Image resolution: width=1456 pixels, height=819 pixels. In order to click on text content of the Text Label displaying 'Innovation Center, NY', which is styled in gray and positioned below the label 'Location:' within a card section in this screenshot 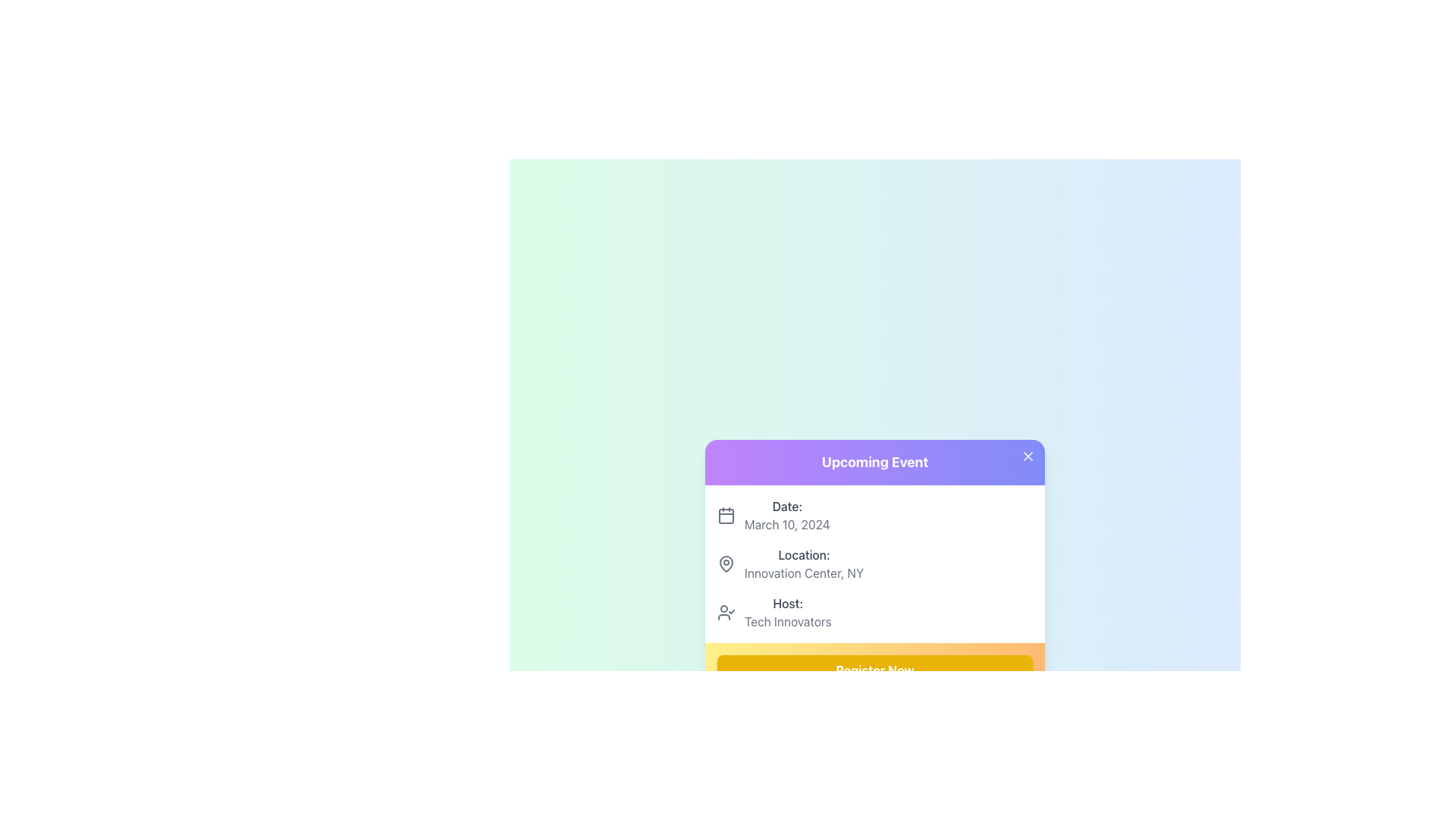, I will do `click(803, 573)`.